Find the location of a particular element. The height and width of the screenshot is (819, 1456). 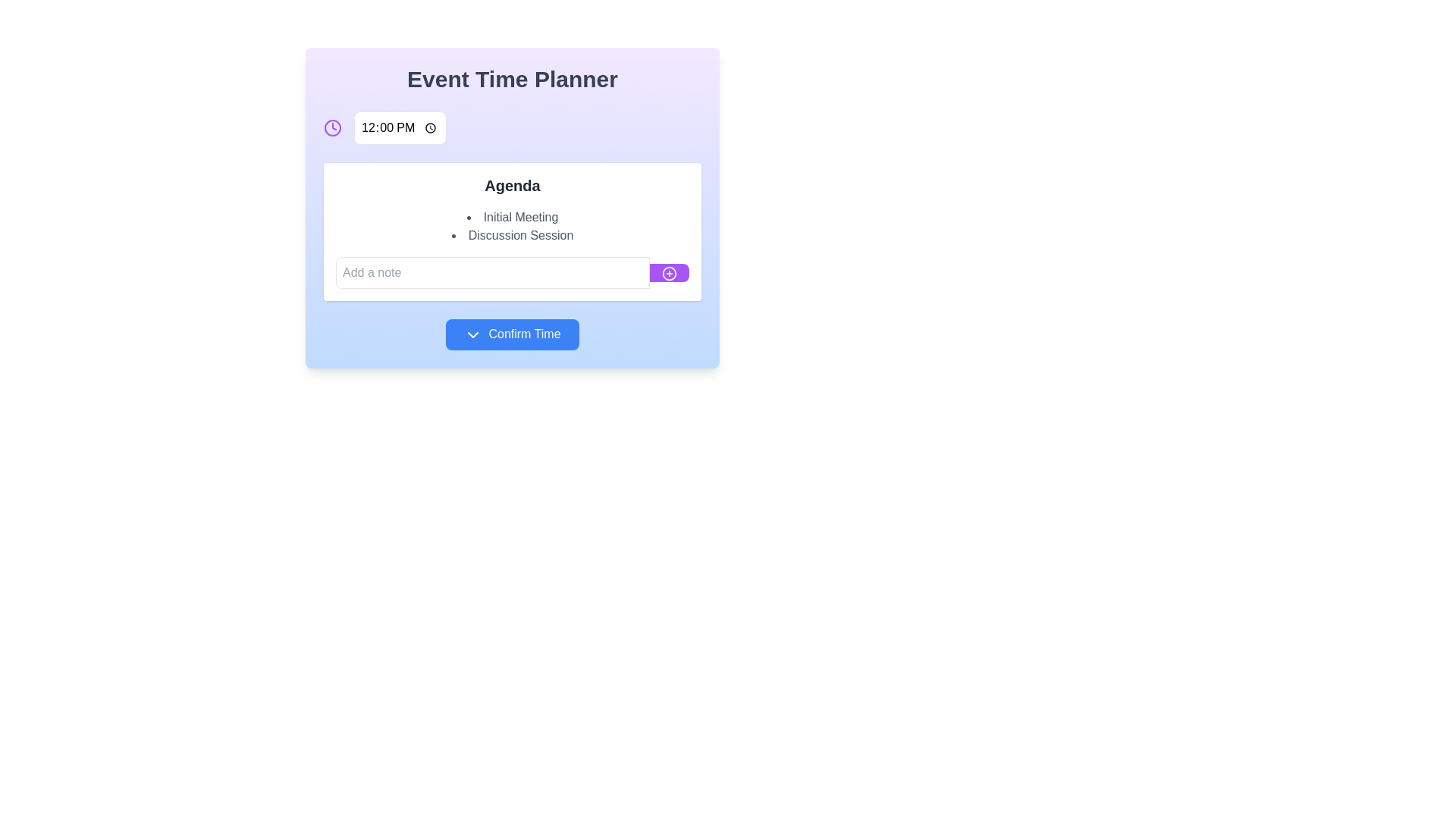

the circular icon button with a purple background and a white plus sign in the center, located to the far right of the note input field is located at coordinates (669, 271).